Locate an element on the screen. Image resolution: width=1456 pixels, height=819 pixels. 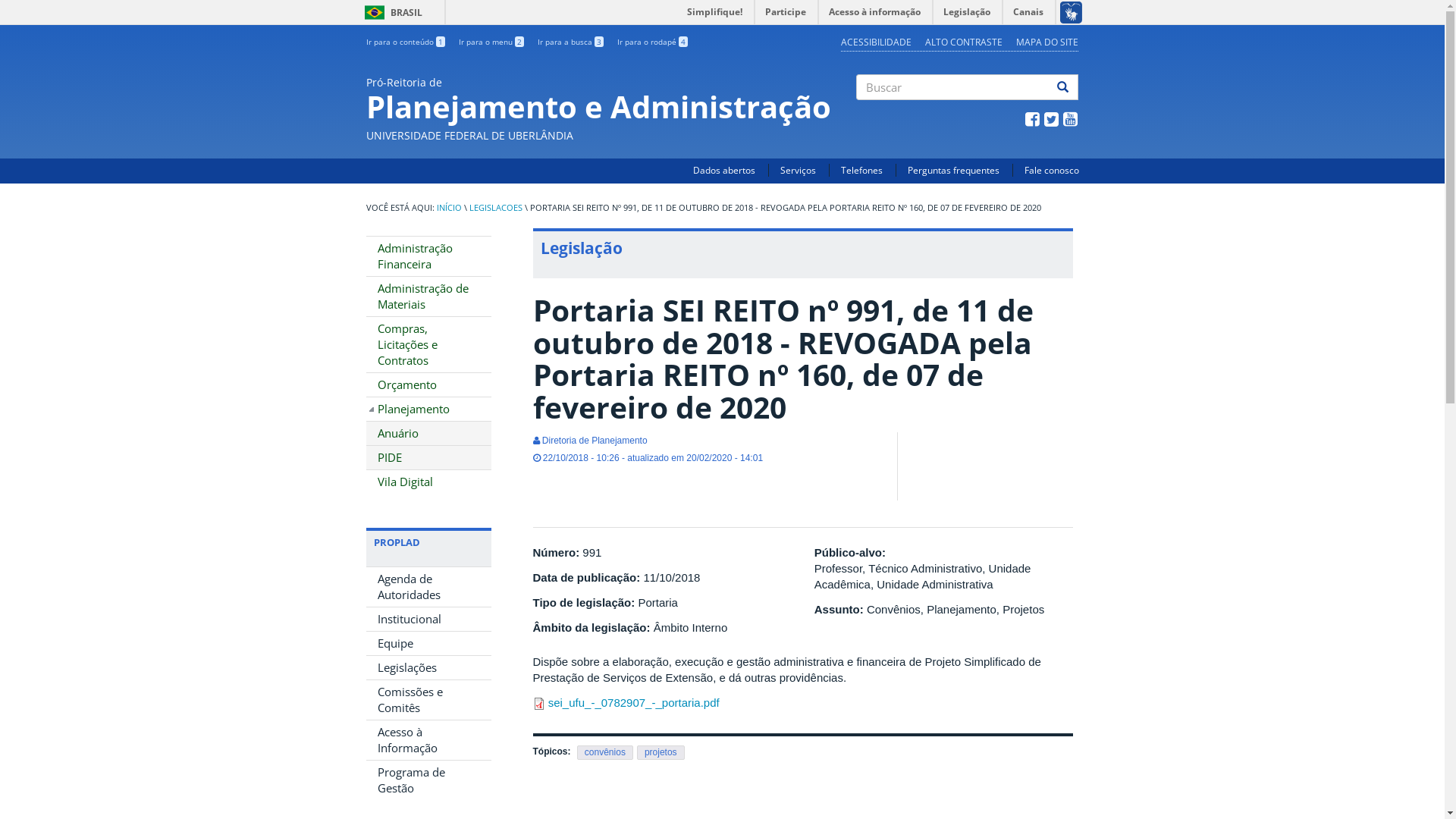
'MAPA DO SITE' is located at coordinates (1015, 41).